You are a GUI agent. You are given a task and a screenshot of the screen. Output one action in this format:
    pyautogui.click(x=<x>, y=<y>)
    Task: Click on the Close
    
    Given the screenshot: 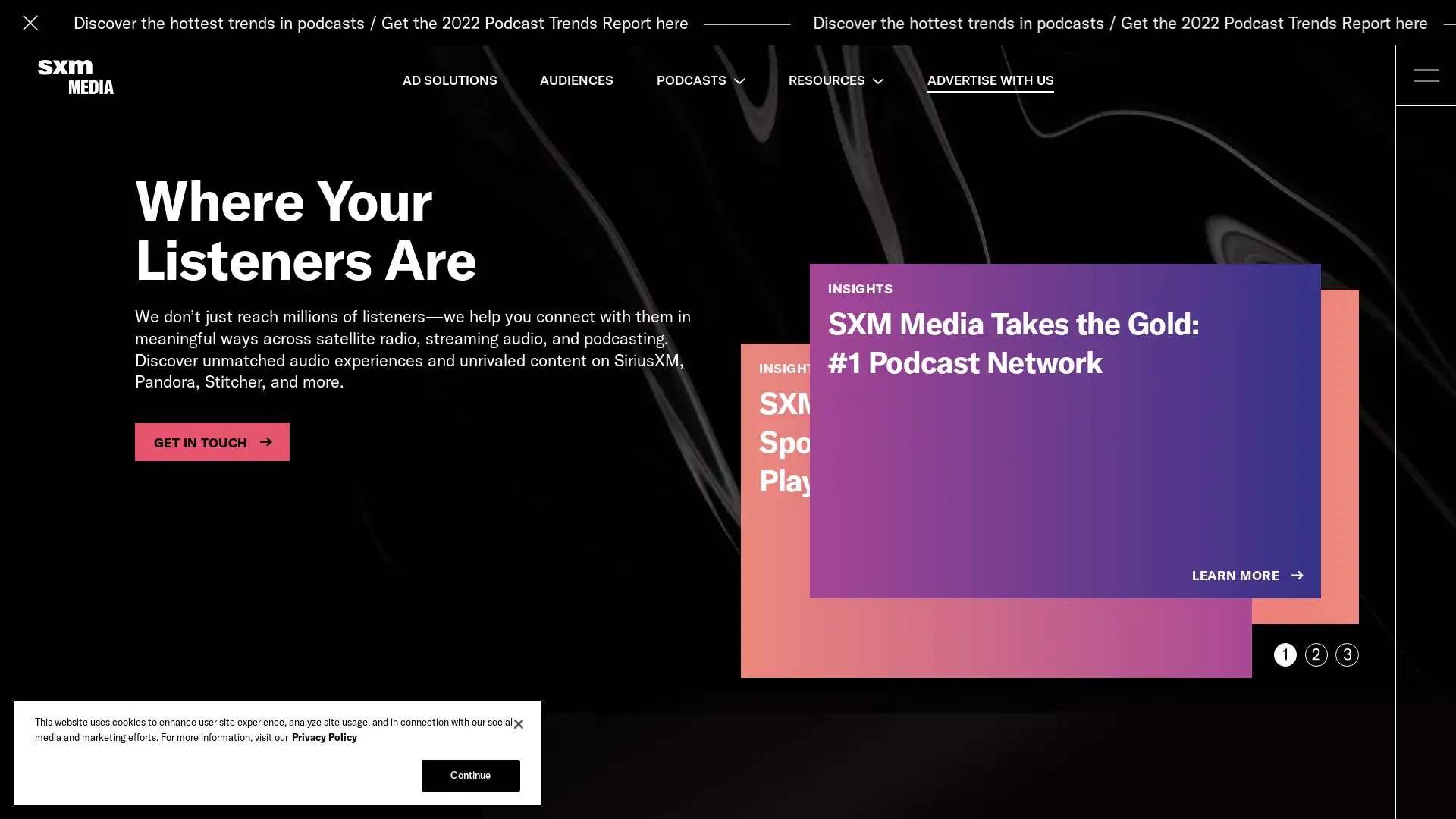 What is the action you would take?
    pyautogui.click(x=519, y=723)
    